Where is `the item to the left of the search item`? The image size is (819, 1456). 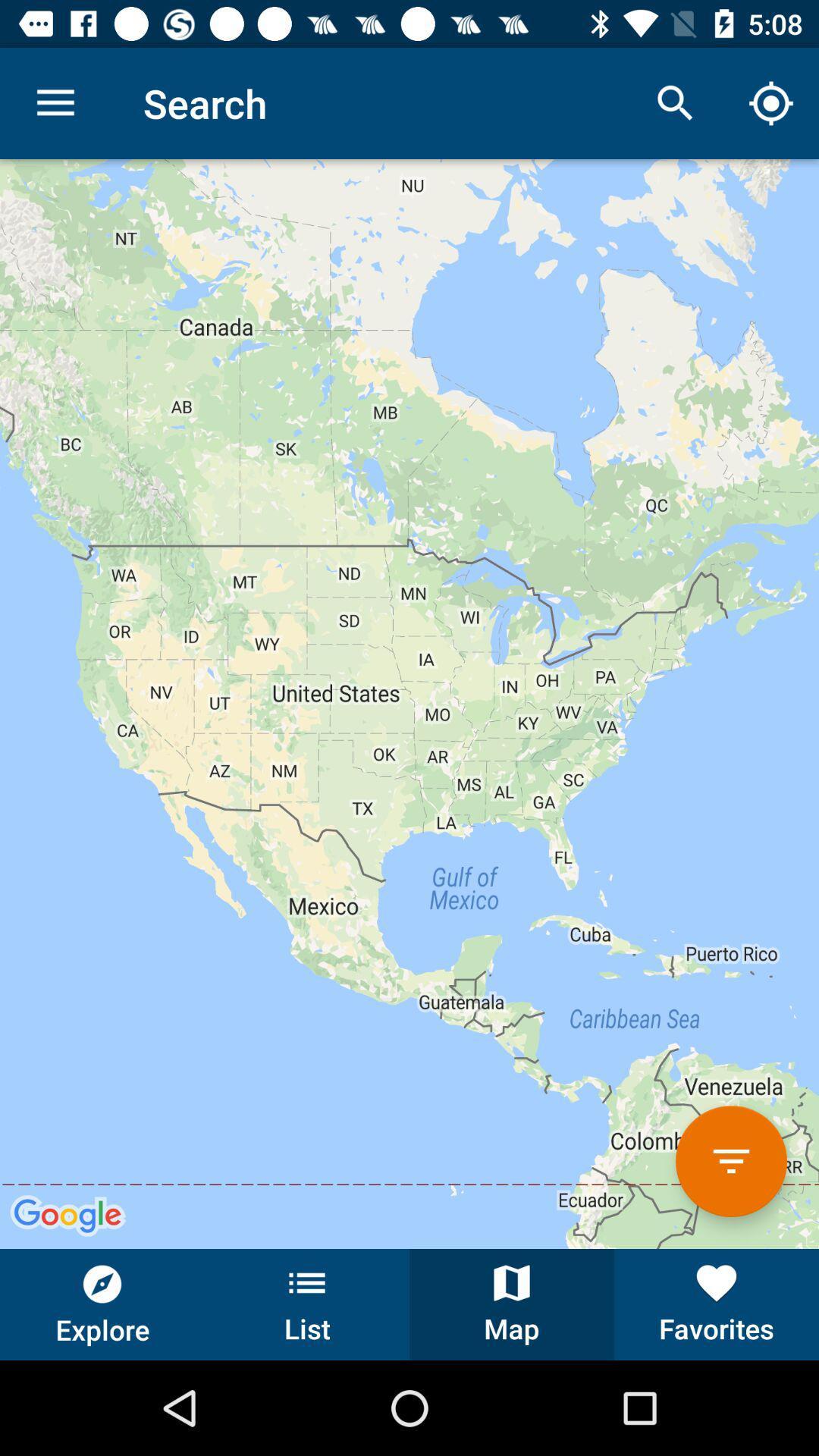 the item to the left of the search item is located at coordinates (55, 102).